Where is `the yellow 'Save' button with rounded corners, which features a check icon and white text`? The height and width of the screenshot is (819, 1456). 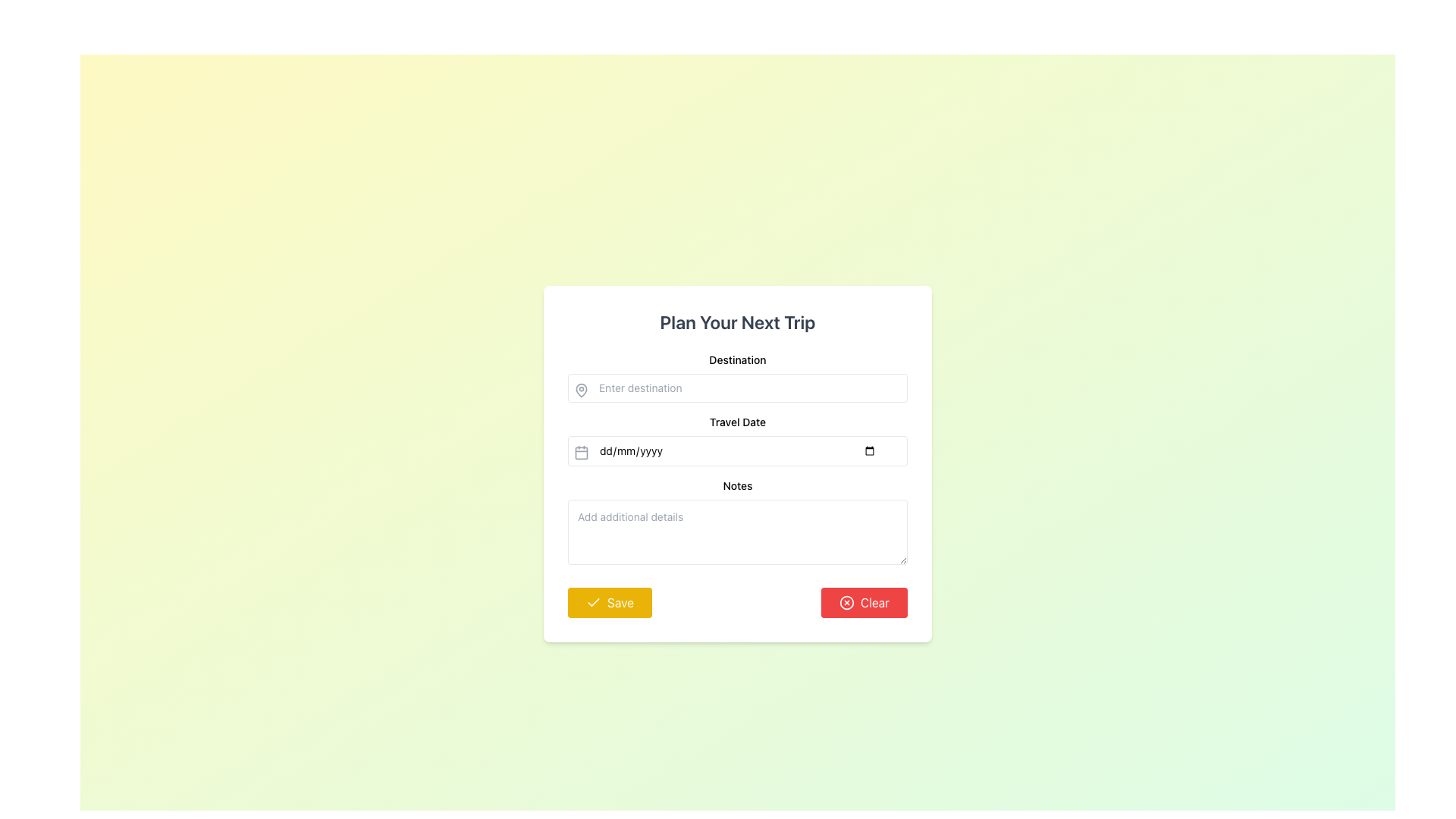 the yellow 'Save' button with rounded corners, which features a check icon and white text is located at coordinates (610, 601).